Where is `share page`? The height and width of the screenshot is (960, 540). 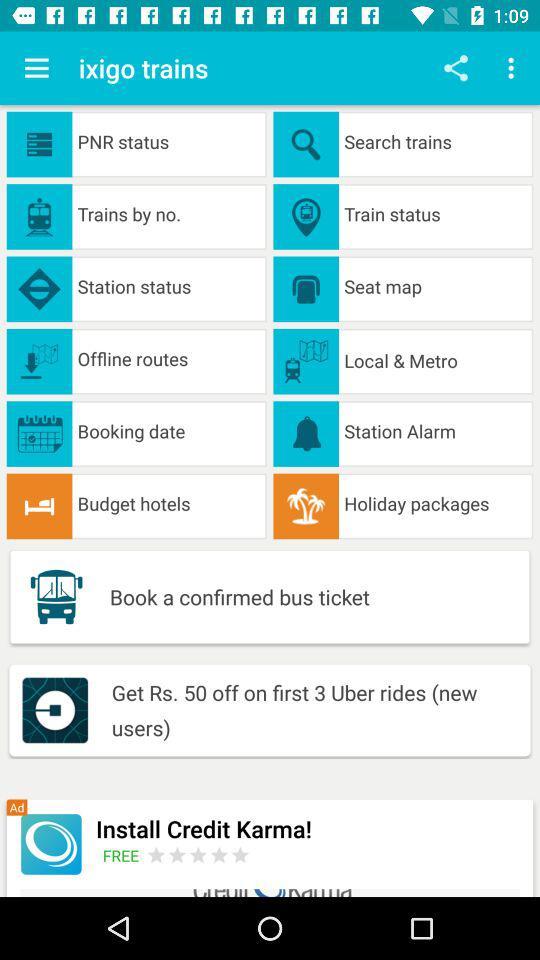
share page is located at coordinates (455, 68).